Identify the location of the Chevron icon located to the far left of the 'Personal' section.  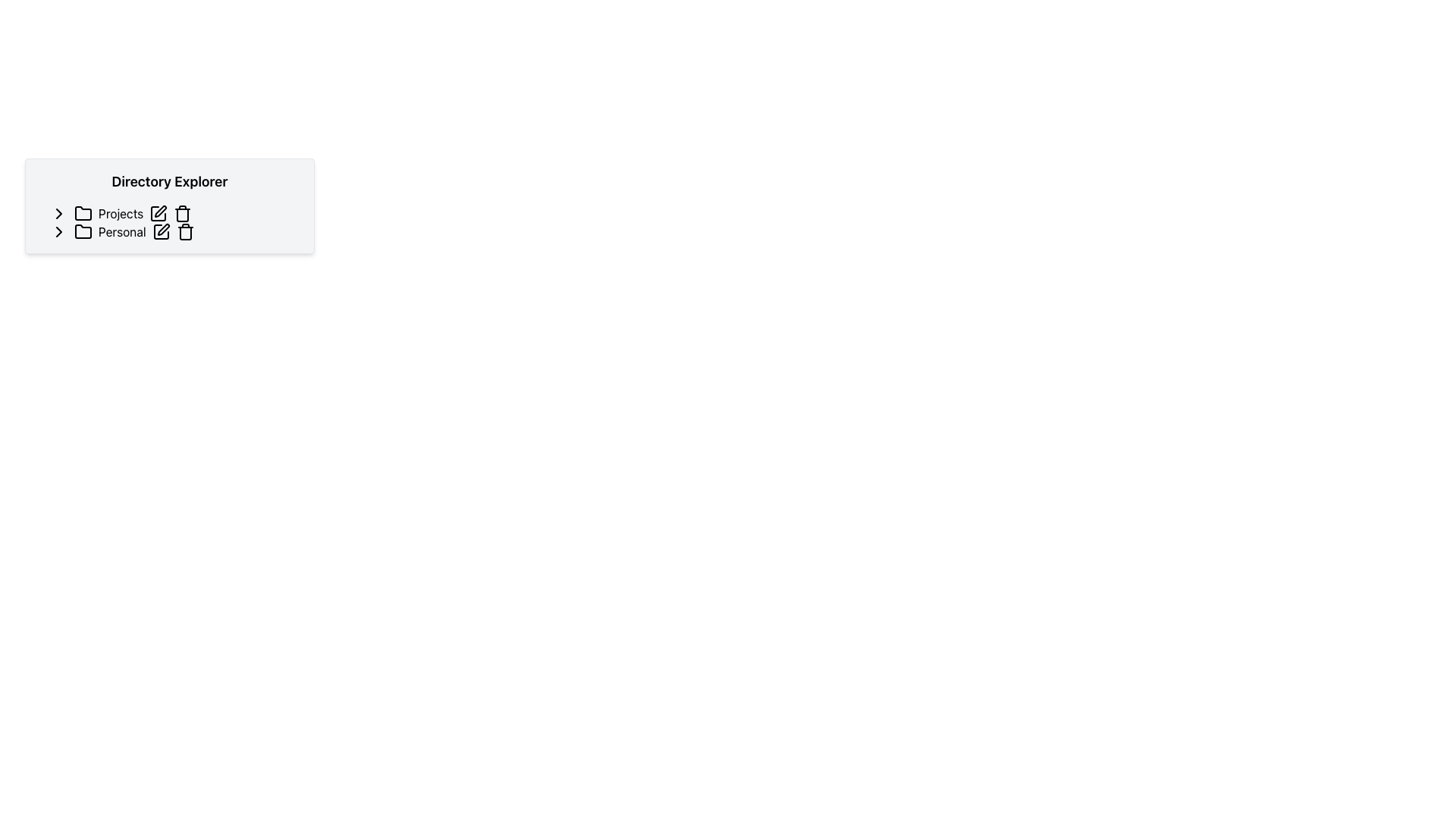
(58, 231).